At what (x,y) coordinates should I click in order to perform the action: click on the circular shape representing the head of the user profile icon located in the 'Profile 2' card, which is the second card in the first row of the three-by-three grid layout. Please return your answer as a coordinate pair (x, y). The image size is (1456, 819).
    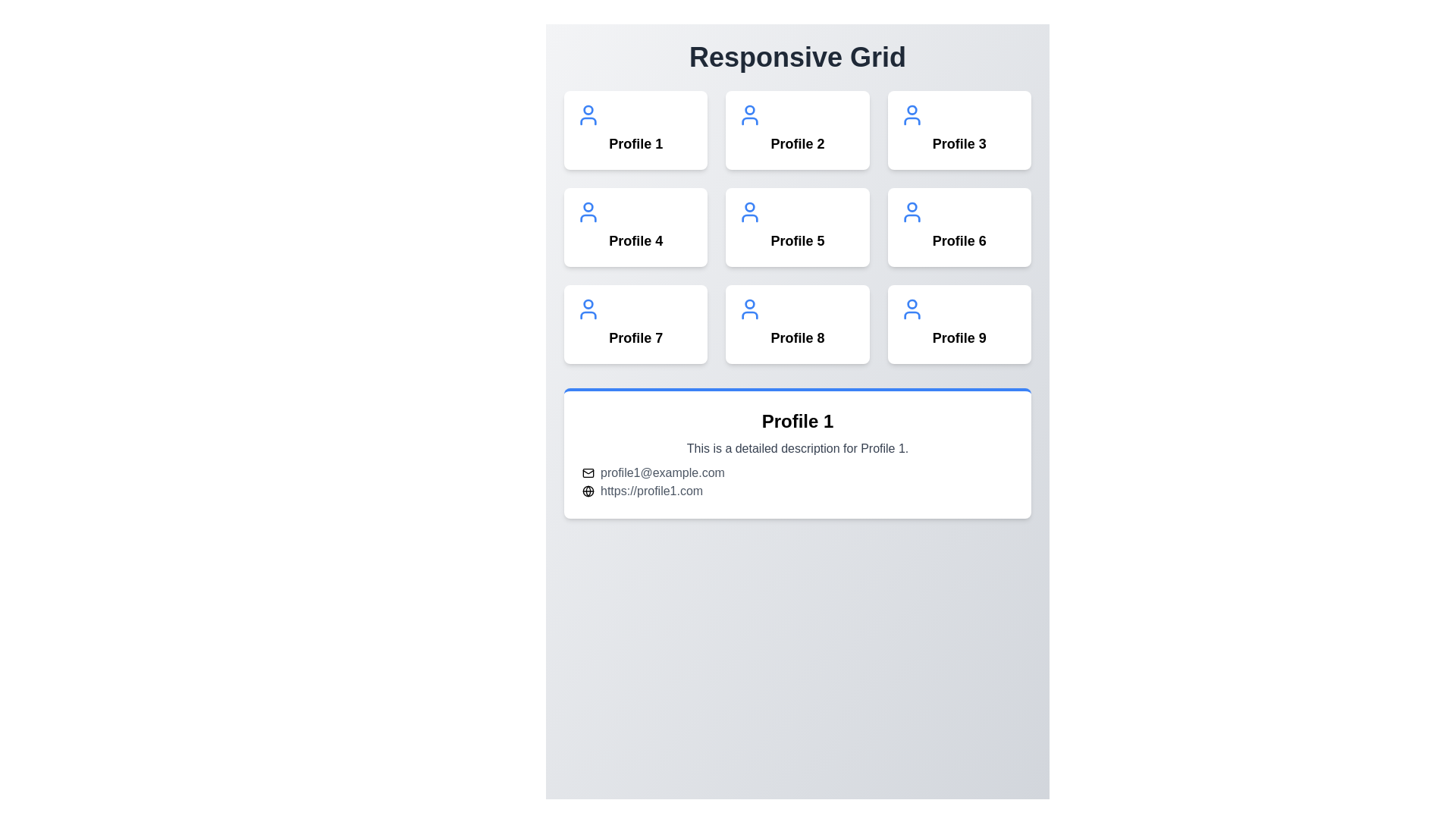
    Looking at the image, I should click on (750, 109).